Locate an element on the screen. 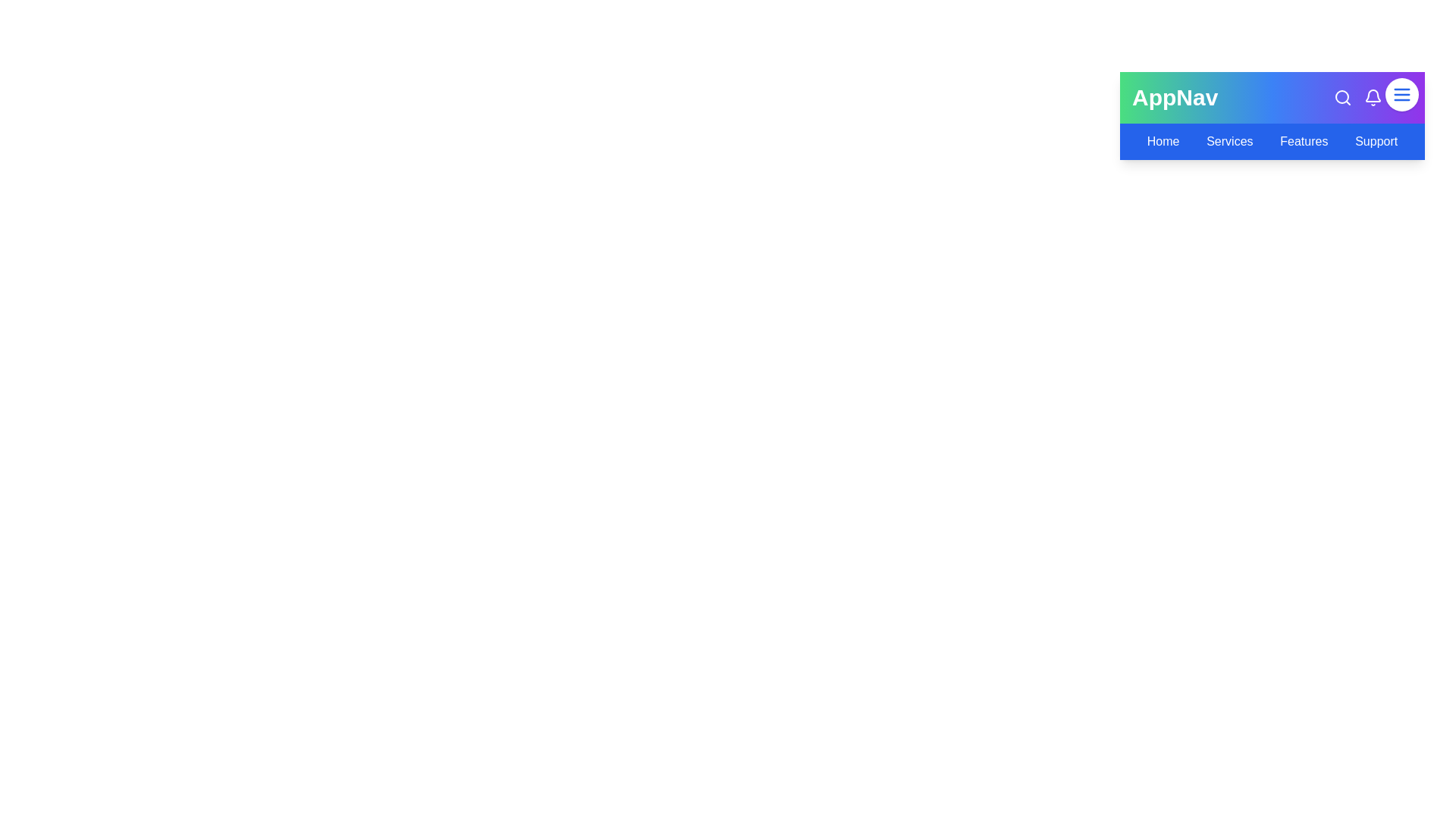 The image size is (1456, 819). the navigation link Support is located at coordinates (1376, 141).